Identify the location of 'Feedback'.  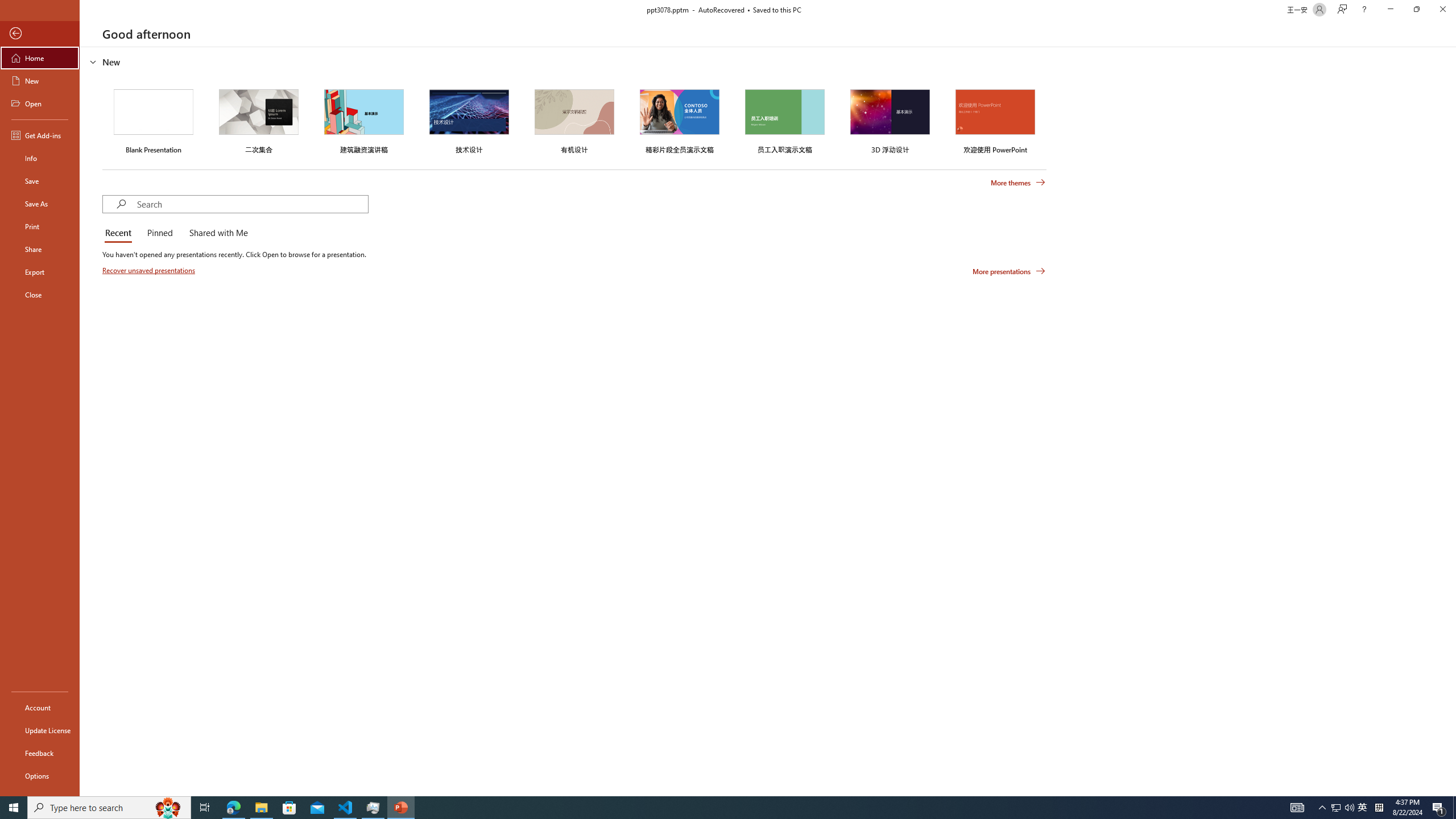
(39, 753).